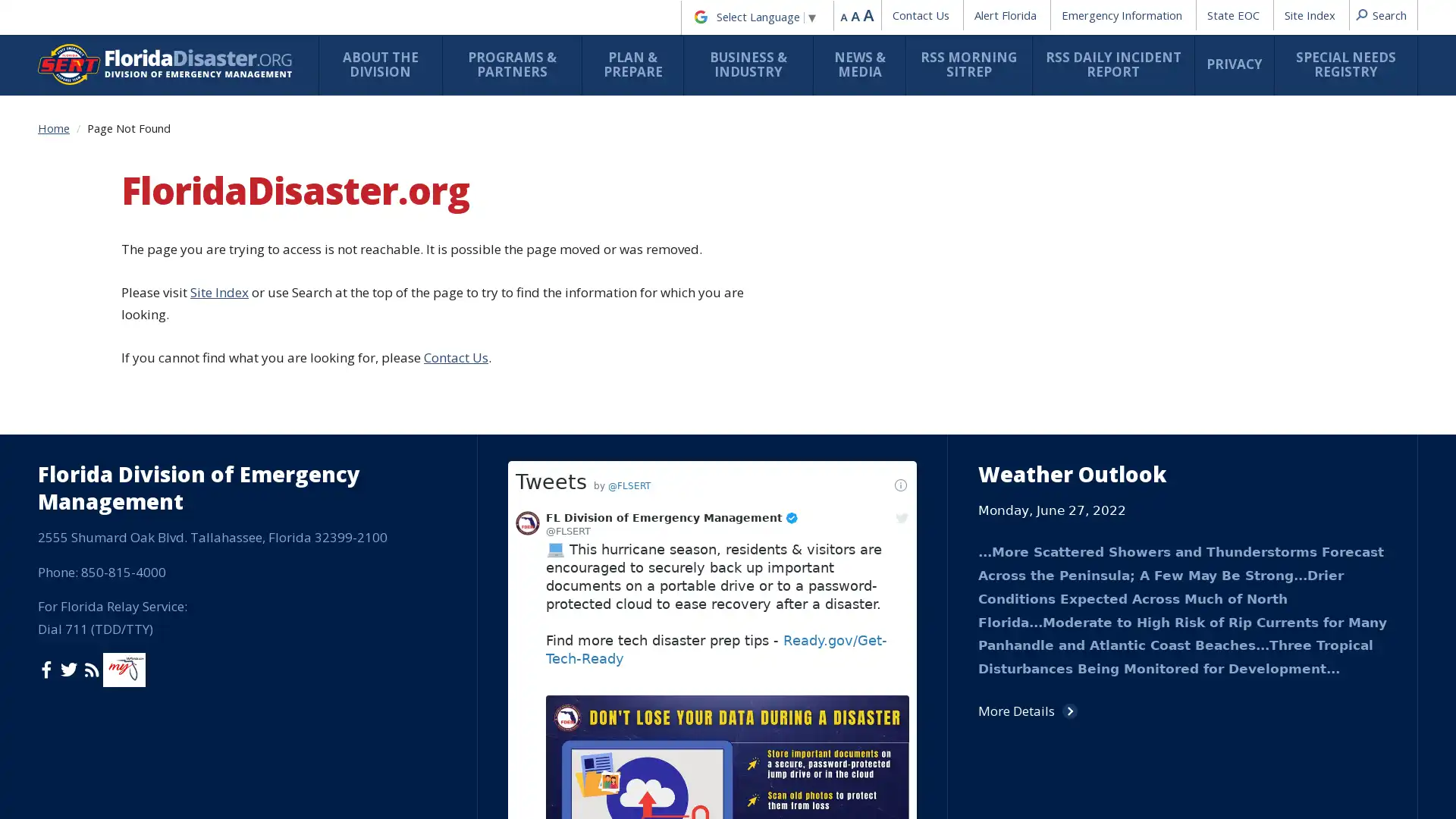 The width and height of the screenshot is (1456, 819). I want to click on Toggle More, so click(607, 716).